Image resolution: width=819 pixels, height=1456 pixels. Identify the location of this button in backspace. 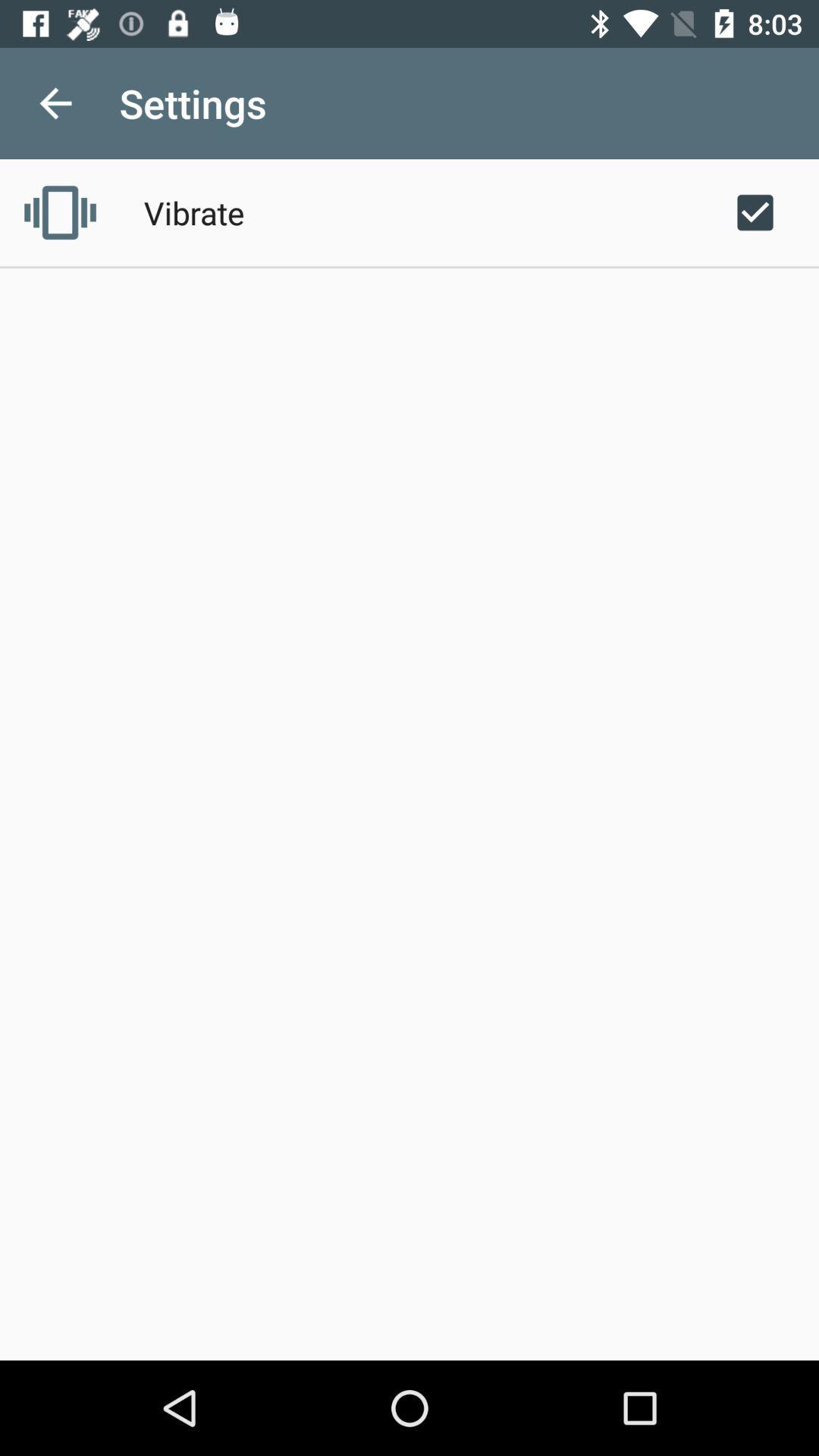
(55, 102).